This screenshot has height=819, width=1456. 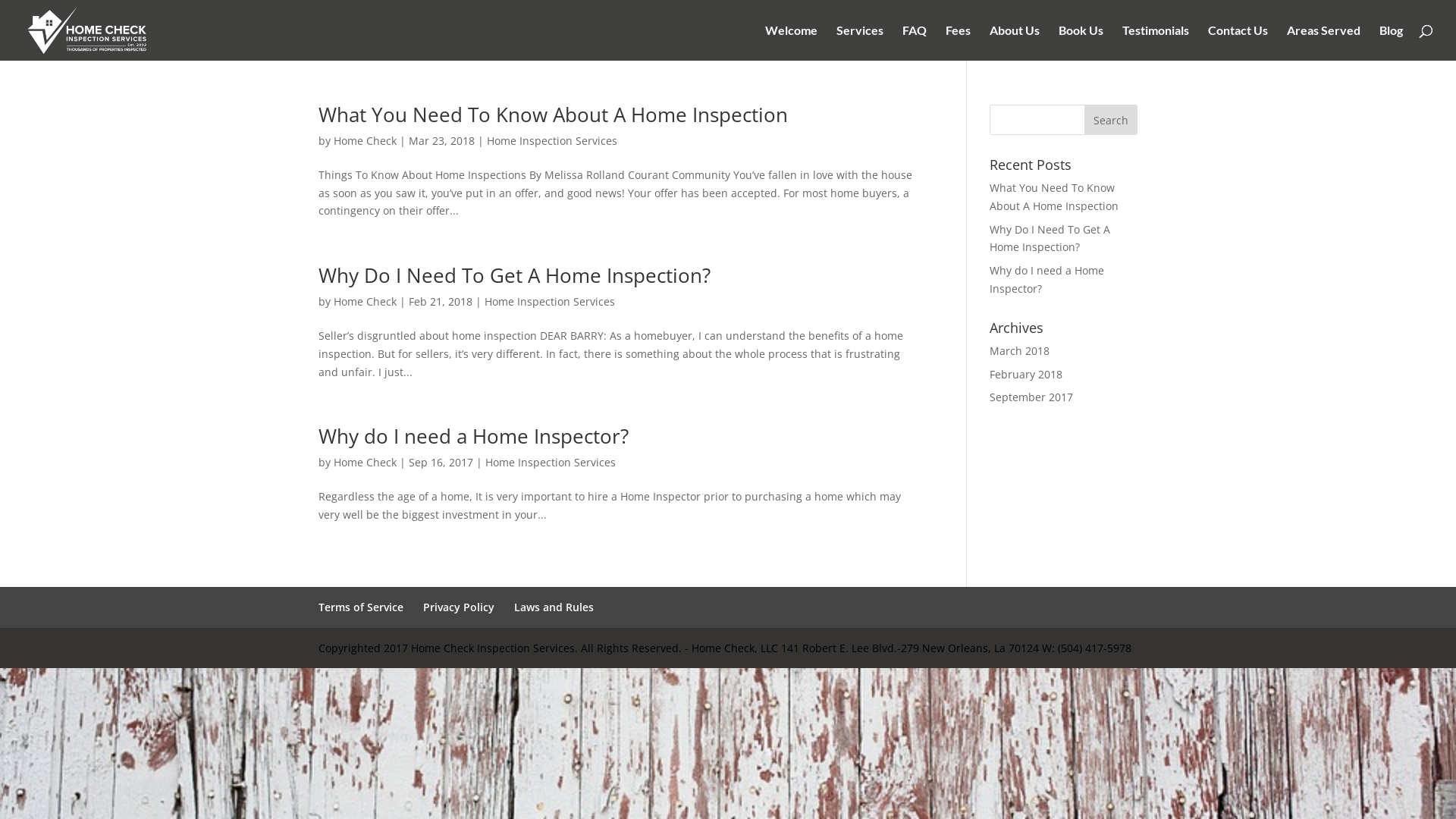 I want to click on 'Book Us', so click(x=1080, y=42).